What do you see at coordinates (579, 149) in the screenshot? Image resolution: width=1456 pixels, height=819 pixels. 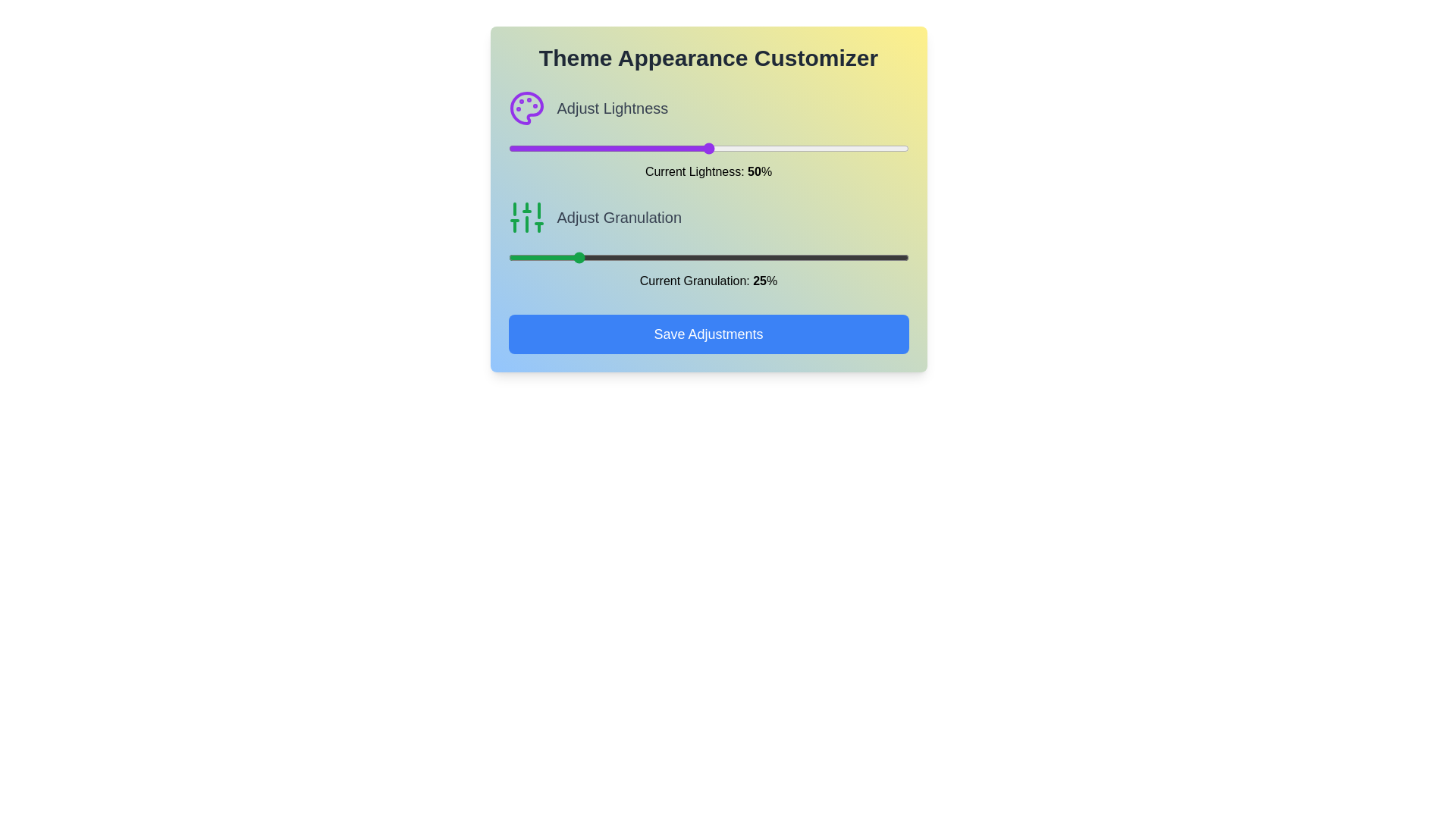 I see `the lightness slider to 18%` at bounding box center [579, 149].